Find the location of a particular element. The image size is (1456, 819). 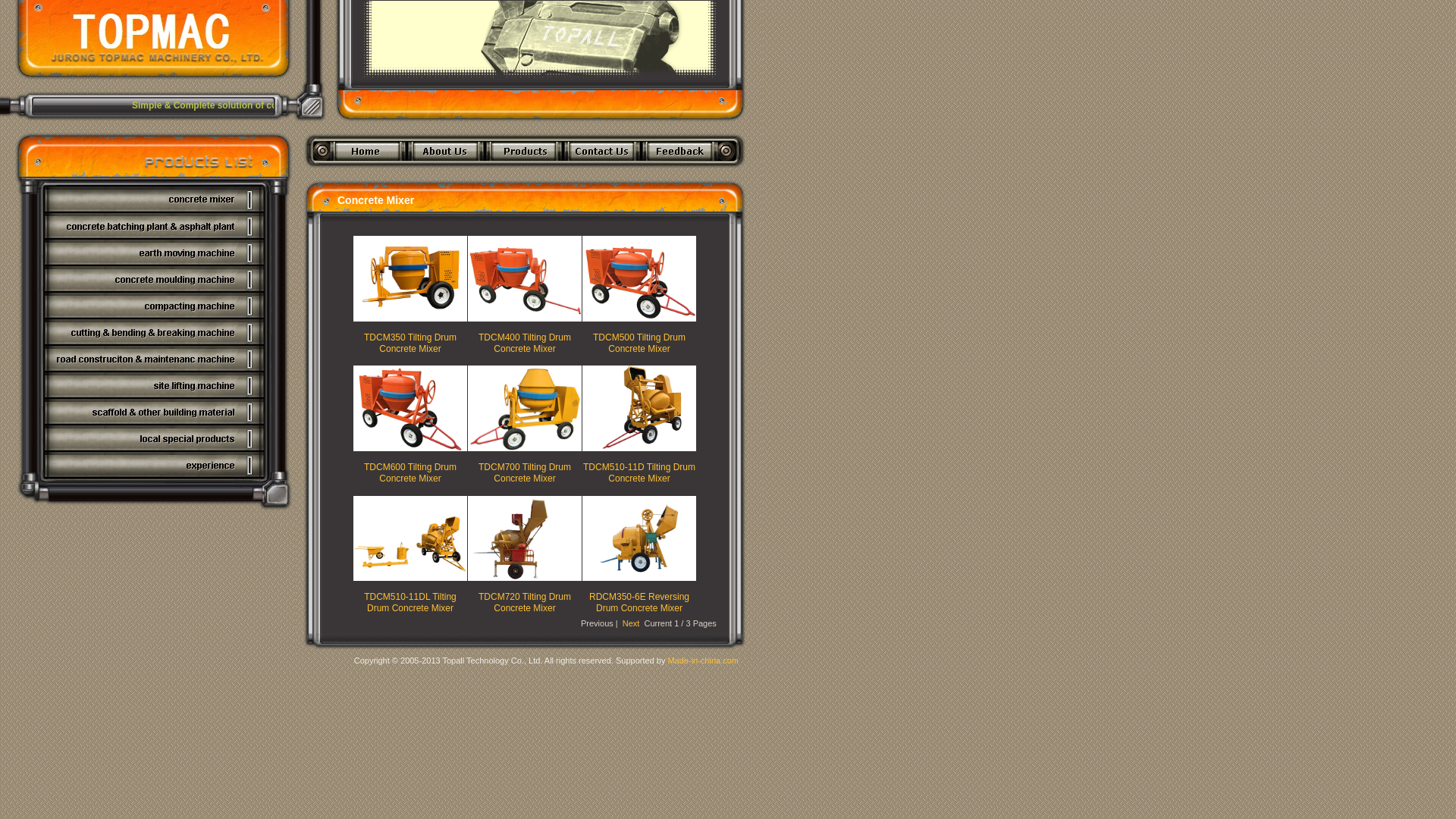

'RDCM350-6E Reversing Drum Concrete Mixer' is located at coordinates (639, 601).